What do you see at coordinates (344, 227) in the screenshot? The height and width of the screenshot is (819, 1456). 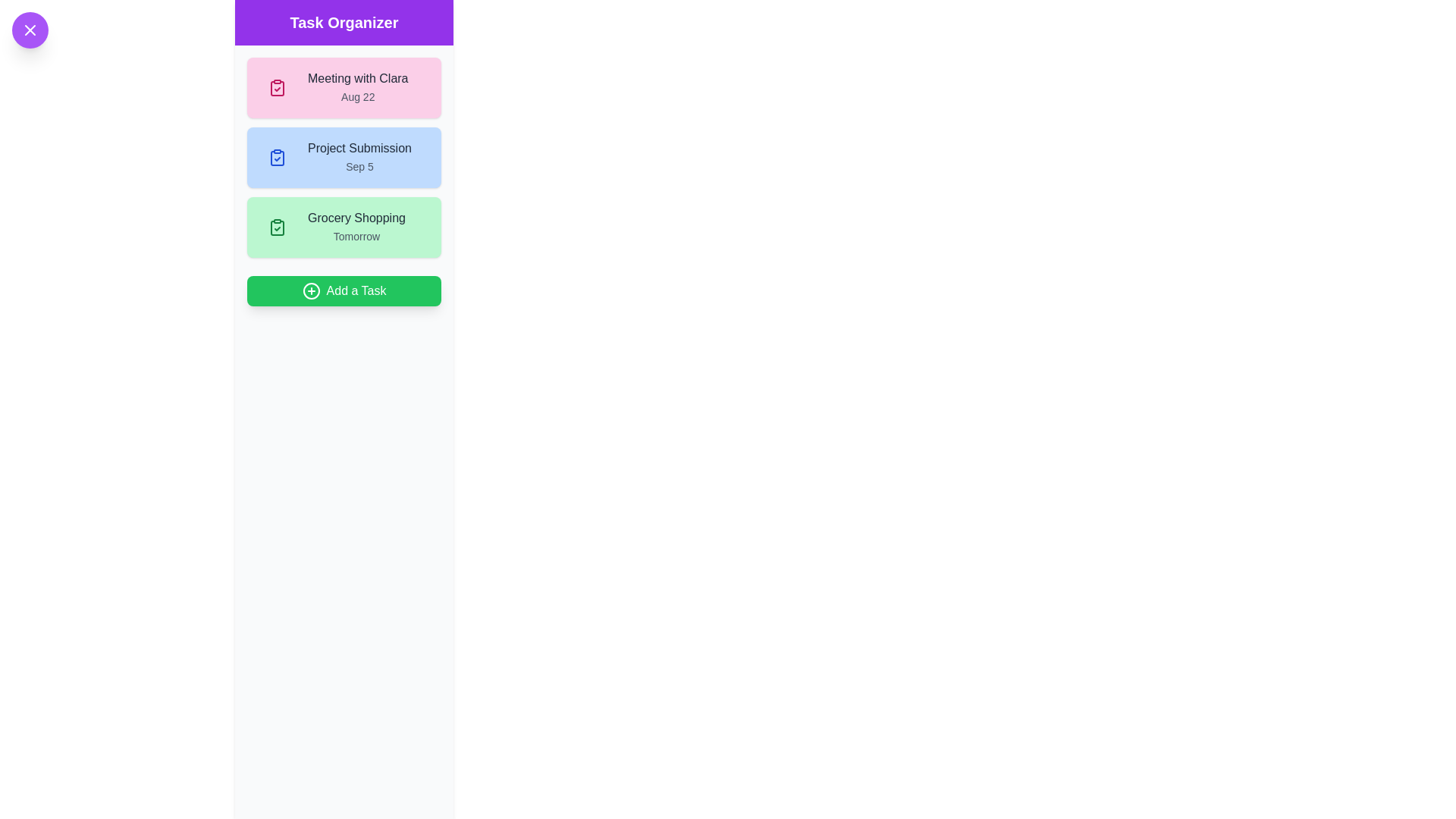 I see `the task Grocery Shopping from the list` at bounding box center [344, 227].